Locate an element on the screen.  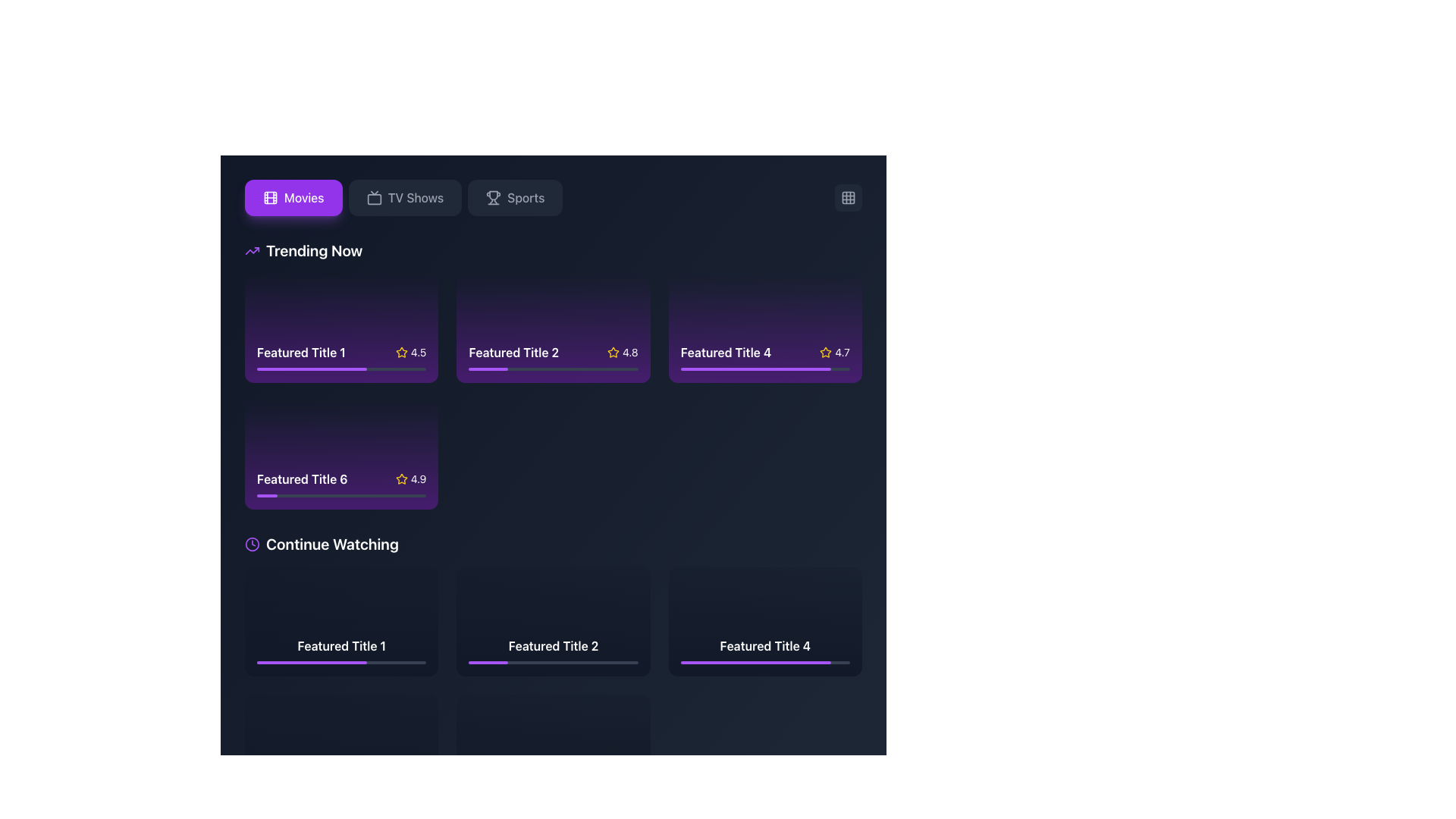
the 'Sports' navigation button located at the far right of the button row to trigger its hover state effect is located at coordinates (515, 197).